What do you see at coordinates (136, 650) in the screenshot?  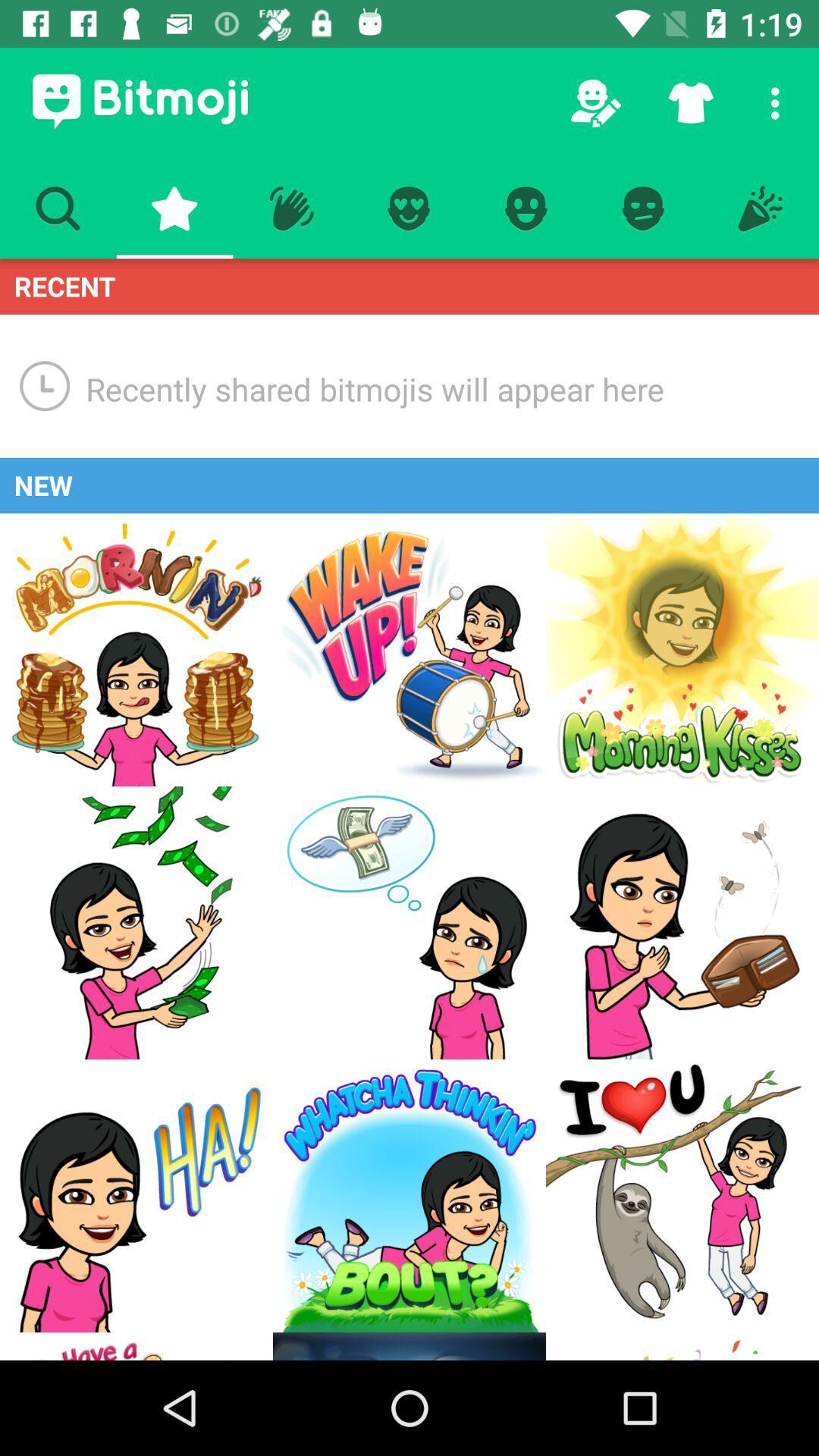 I see `this graphic` at bounding box center [136, 650].